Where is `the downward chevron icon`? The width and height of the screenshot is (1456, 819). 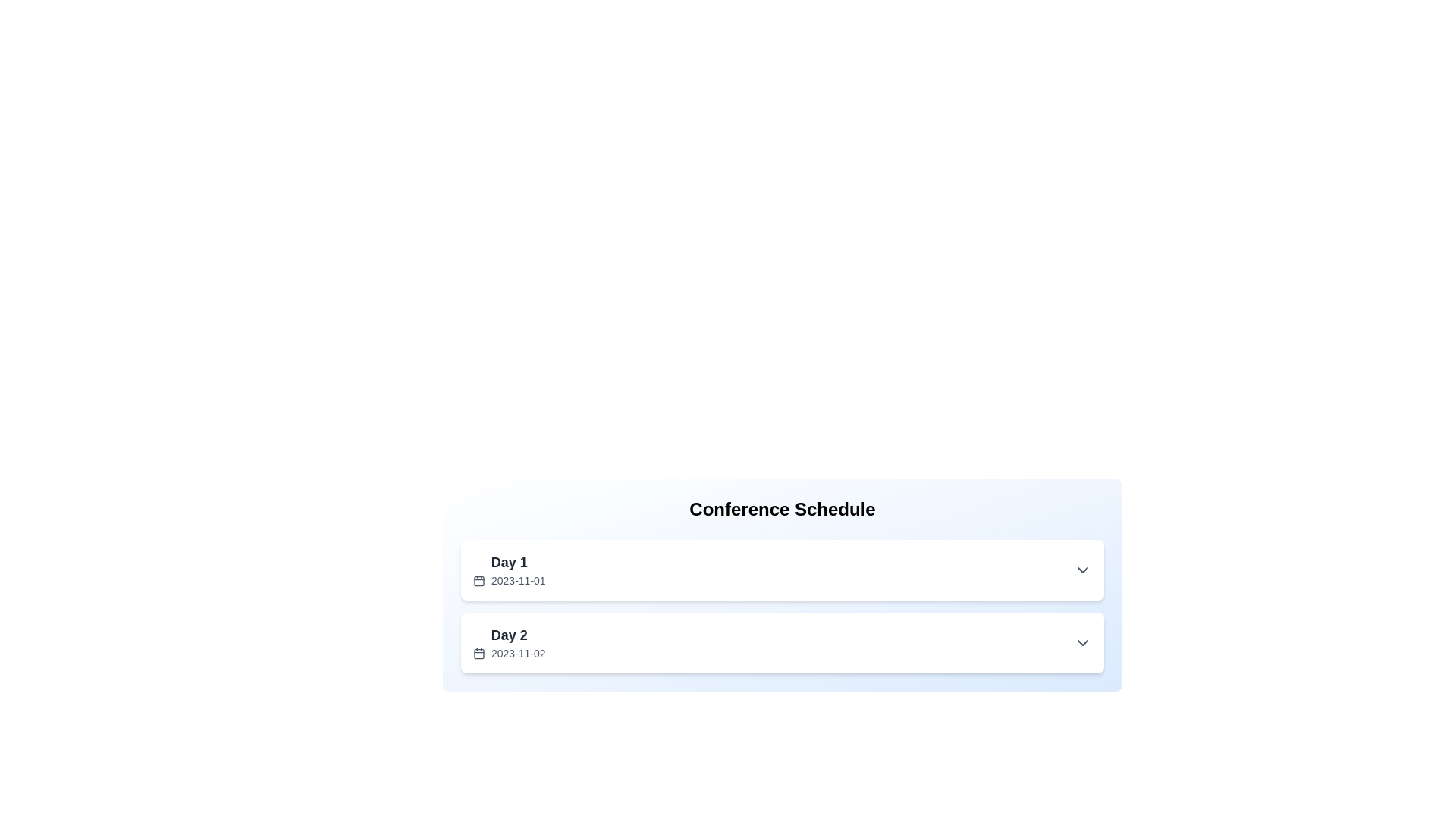
the downward chevron icon is located at coordinates (1082, 643).